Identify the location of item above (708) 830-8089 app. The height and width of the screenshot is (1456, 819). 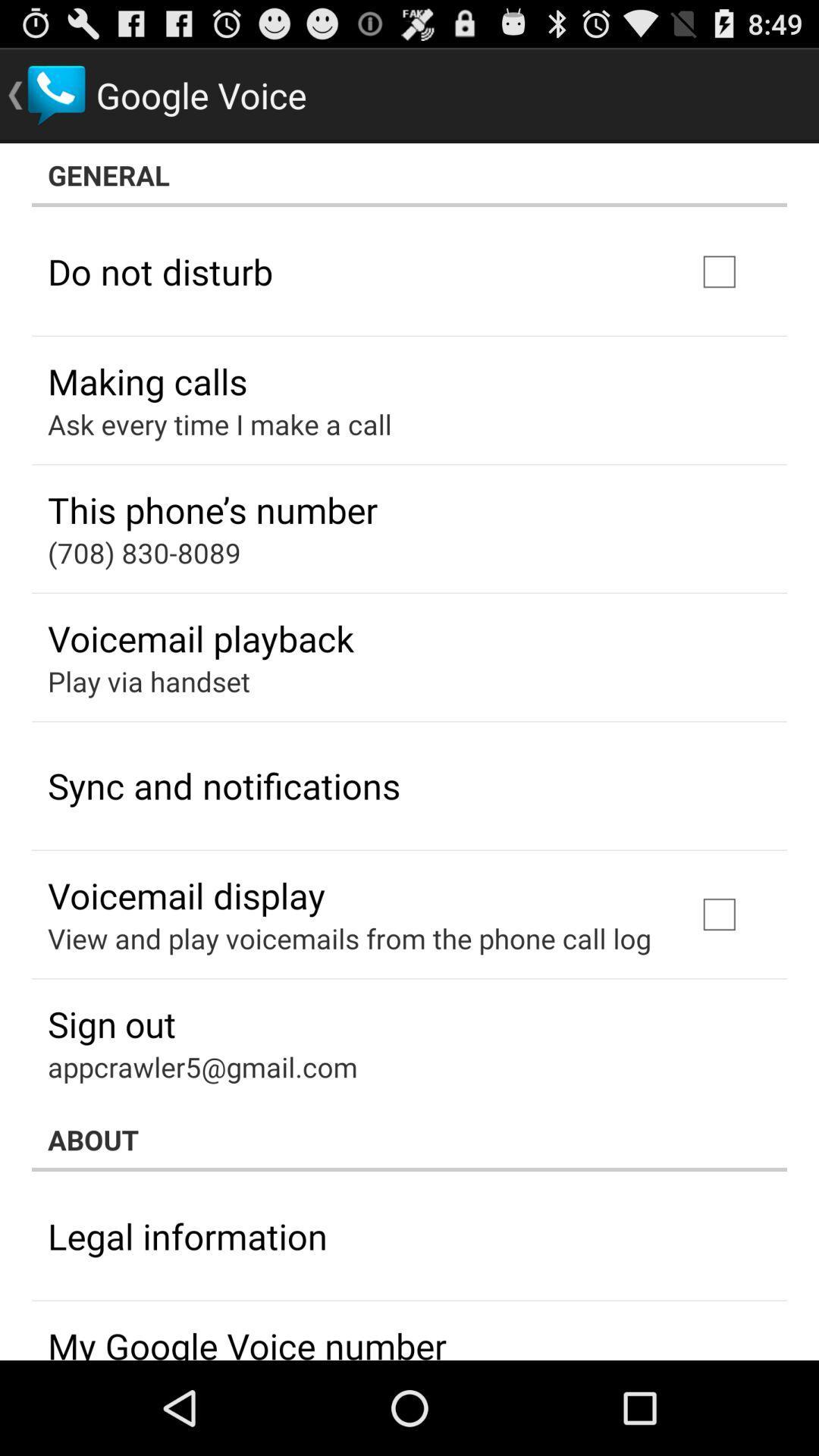
(212, 510).